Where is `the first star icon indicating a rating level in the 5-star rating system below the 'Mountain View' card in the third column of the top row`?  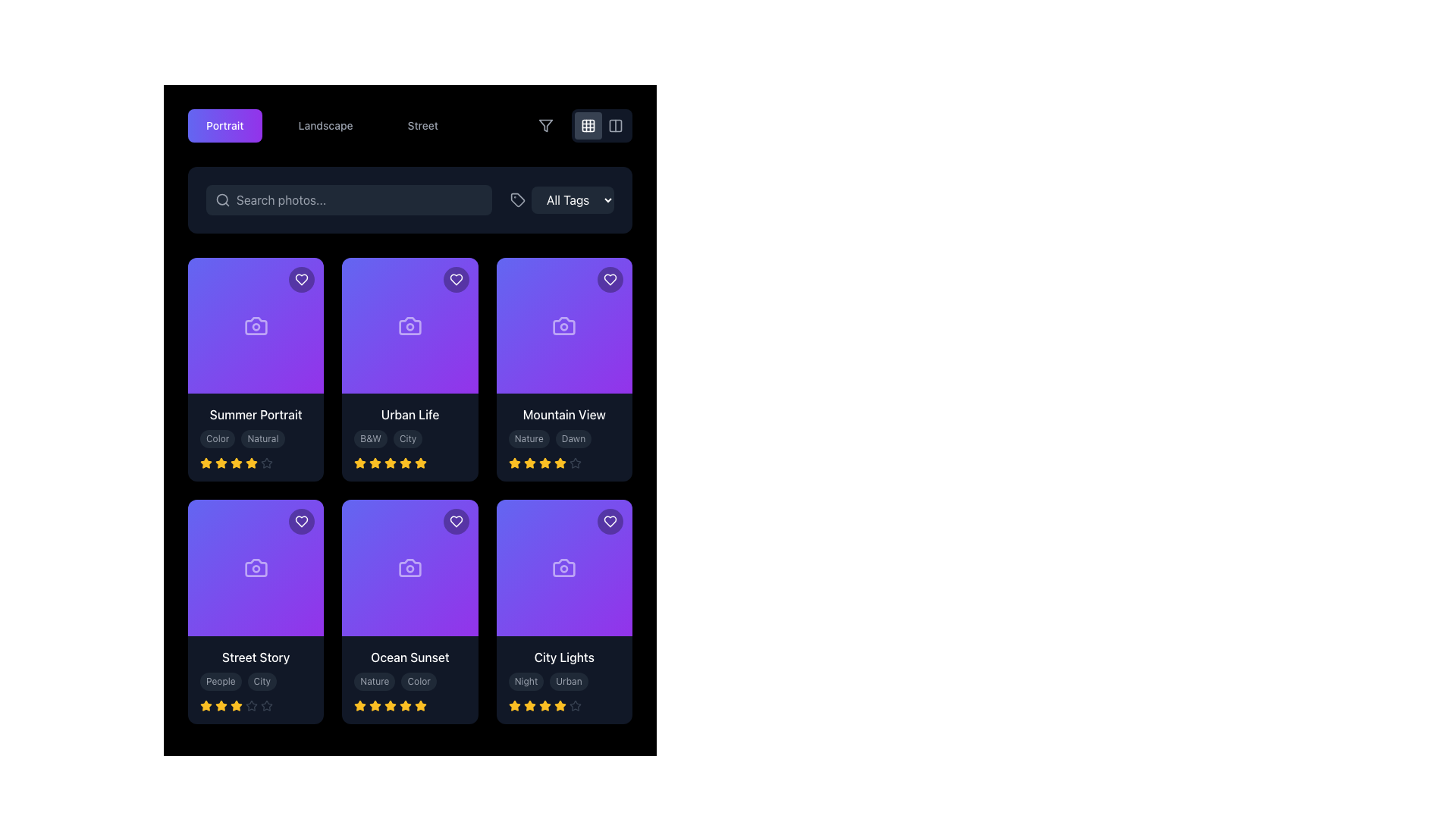 the first star icon indicating a rating level in the 5-star rating system below the 'Mountain View' card in the third column of the top row is located at coordinates (514, 463).